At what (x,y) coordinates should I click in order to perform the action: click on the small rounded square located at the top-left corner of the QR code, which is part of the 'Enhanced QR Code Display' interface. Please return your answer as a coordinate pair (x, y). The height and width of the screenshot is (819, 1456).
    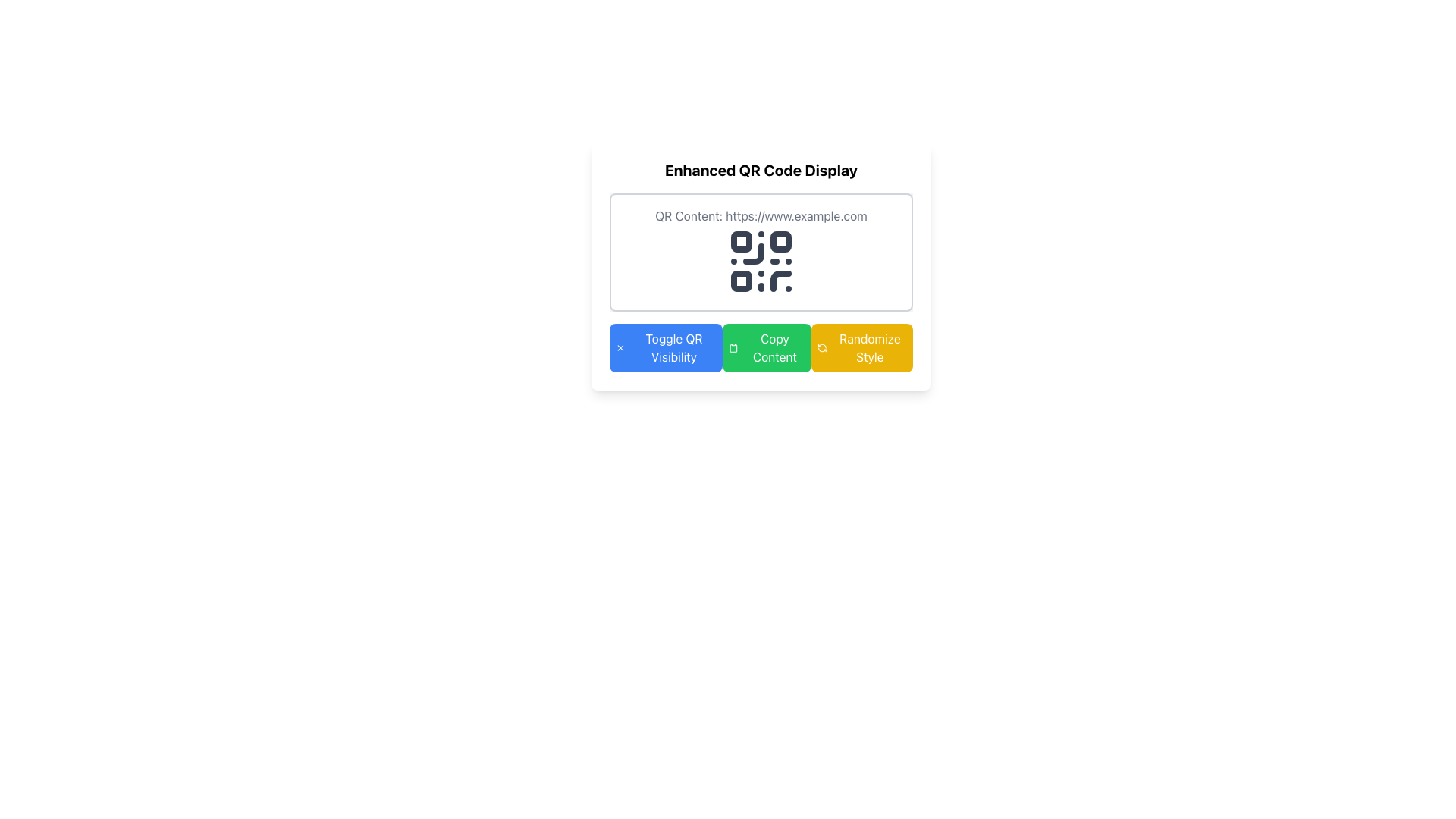
    Looking at the image, I should click on (742, 241).